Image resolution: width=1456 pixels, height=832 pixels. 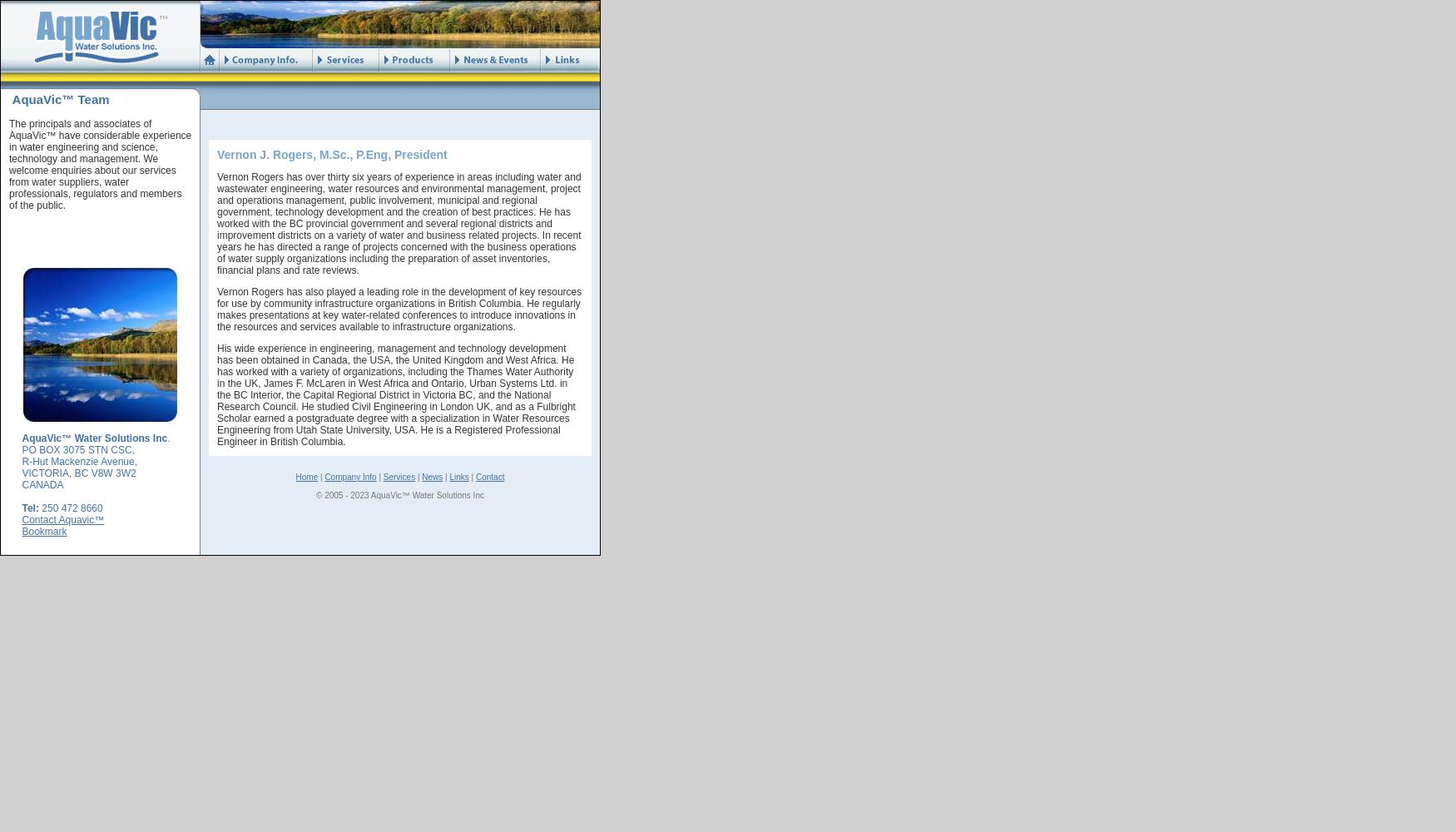 What do you see at coordinates (43, 532) in the screenshot?
I see `'Bookmark'` at bounding box center [43, 532].